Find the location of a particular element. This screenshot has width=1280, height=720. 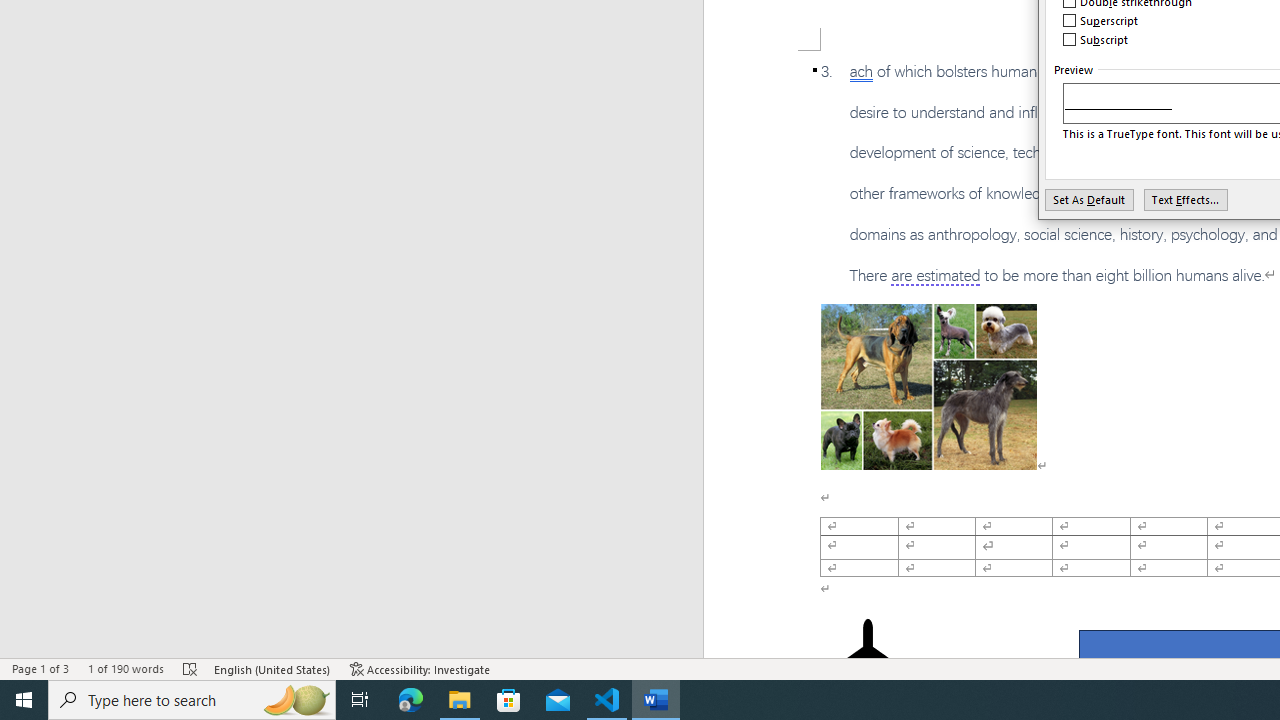

'Spelling and Grammar Check Errors' is located at coordinates (191, 669).